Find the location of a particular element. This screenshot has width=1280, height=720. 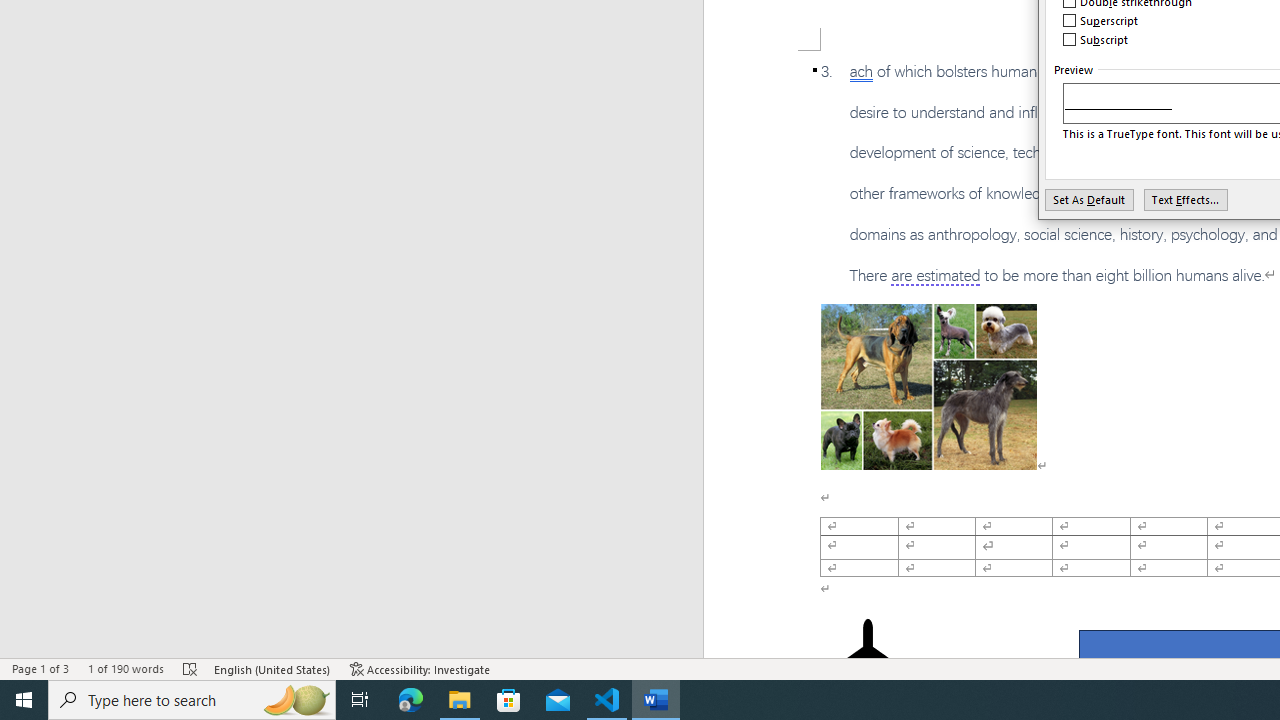

'Spelling and Grammar Check Errors' is located at coordinates (191, 669).